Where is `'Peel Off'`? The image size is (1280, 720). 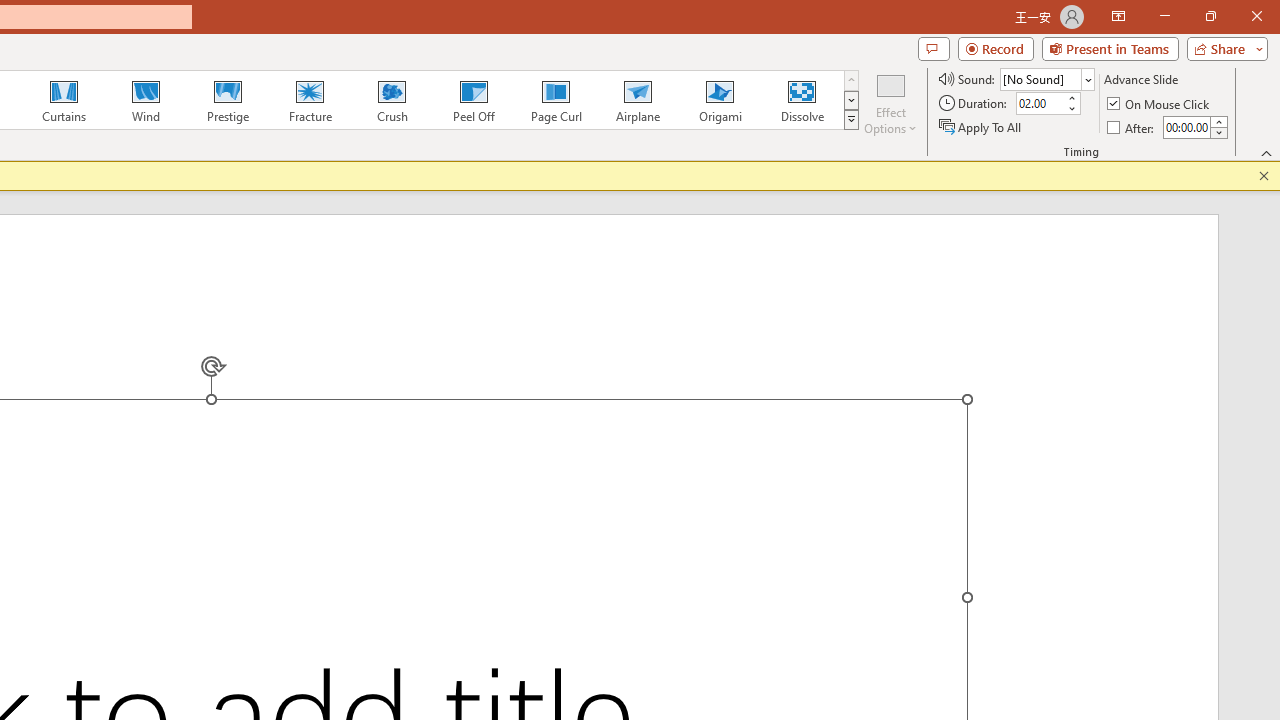
'Peel Off' is located at coordinates (472, 100).